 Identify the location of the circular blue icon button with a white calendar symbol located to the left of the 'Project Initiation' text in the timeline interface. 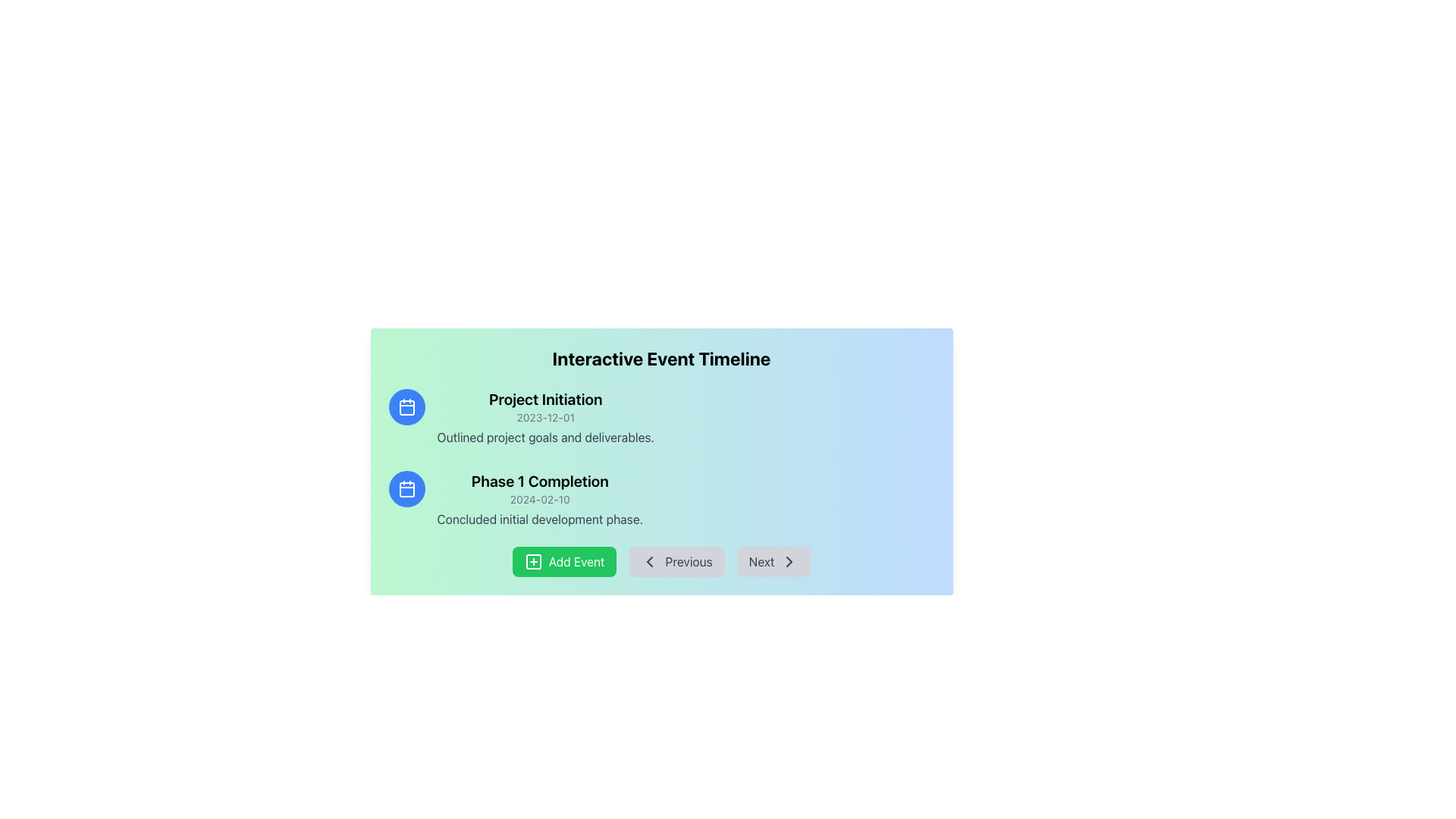
(406, 406).